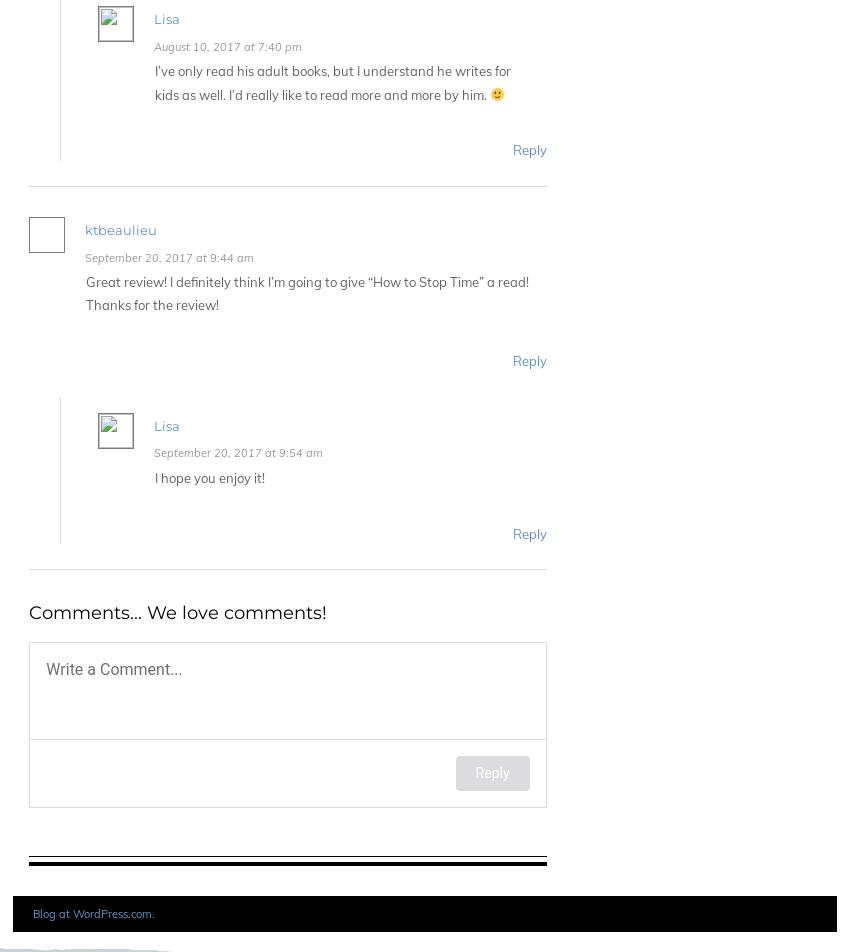  I want to click on 'September 20, 2017 at 9:44 am', so click(85, 257).